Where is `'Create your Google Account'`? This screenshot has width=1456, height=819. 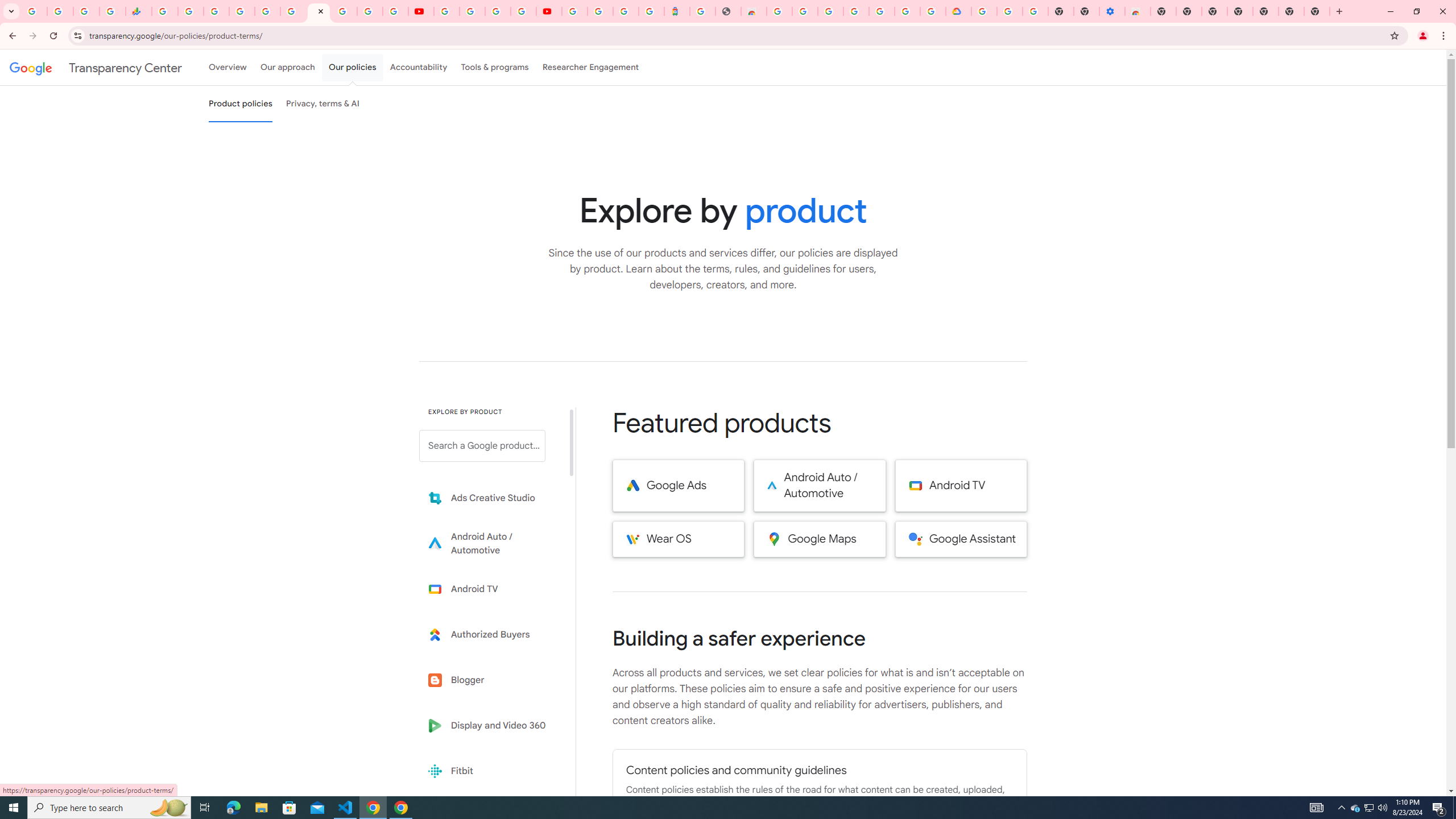
'Create your Google Account' is located at coordinates (498, 11).